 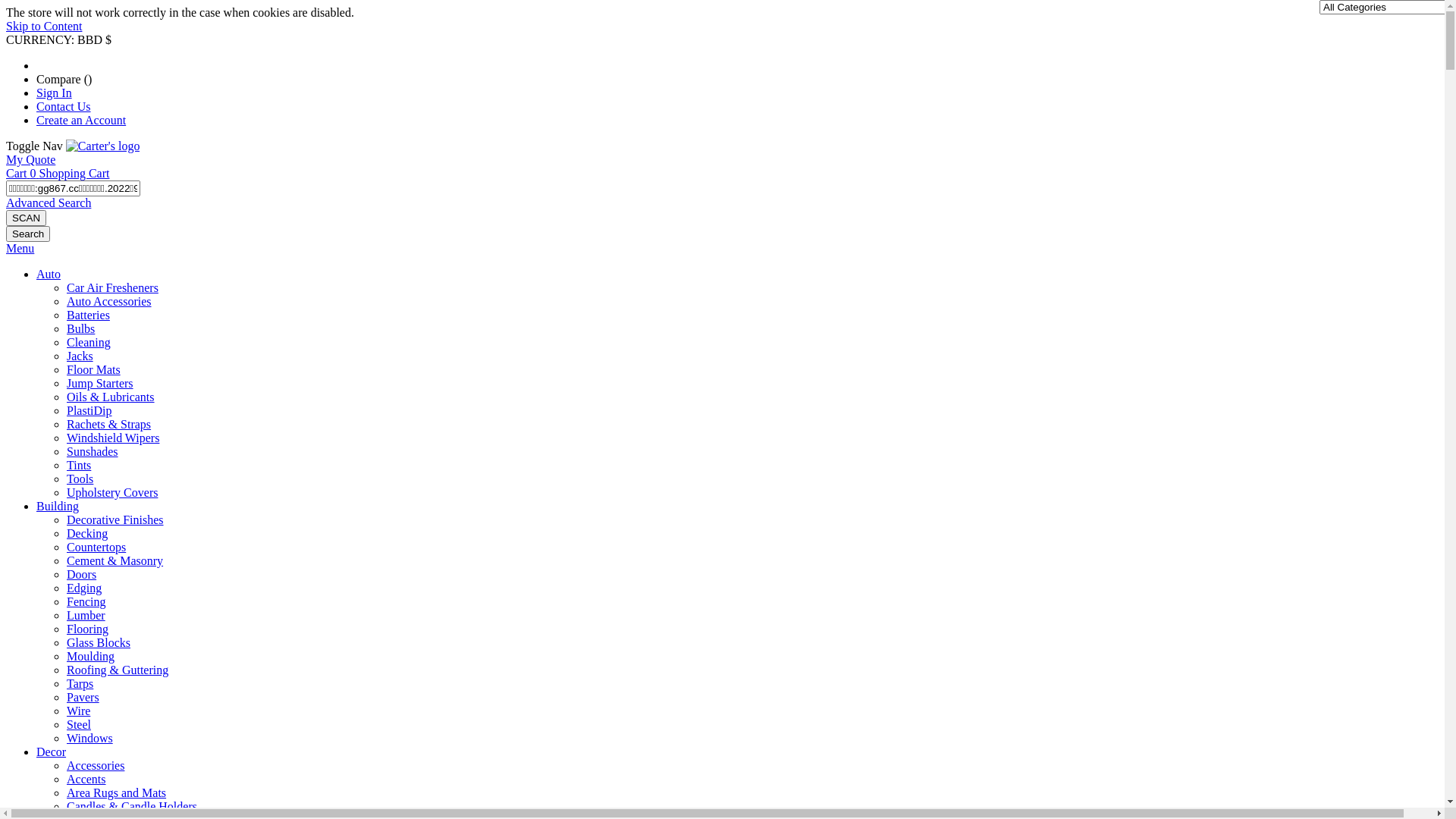 I want to click on 'Tools', so click(x=79, y=479).